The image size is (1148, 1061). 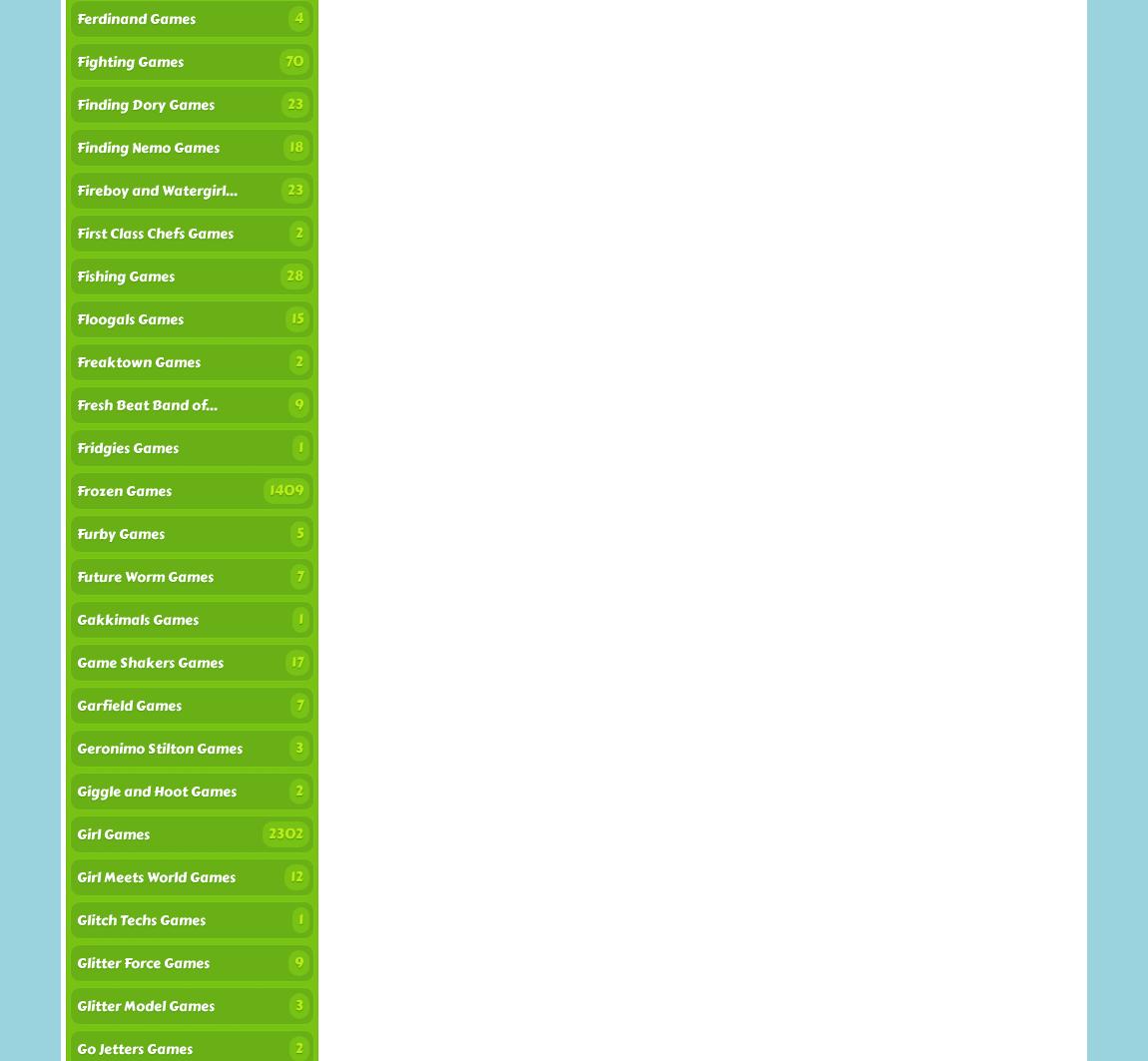 I want to click on 'Fireboy and Watergirl...', so click(x=76, y=191).